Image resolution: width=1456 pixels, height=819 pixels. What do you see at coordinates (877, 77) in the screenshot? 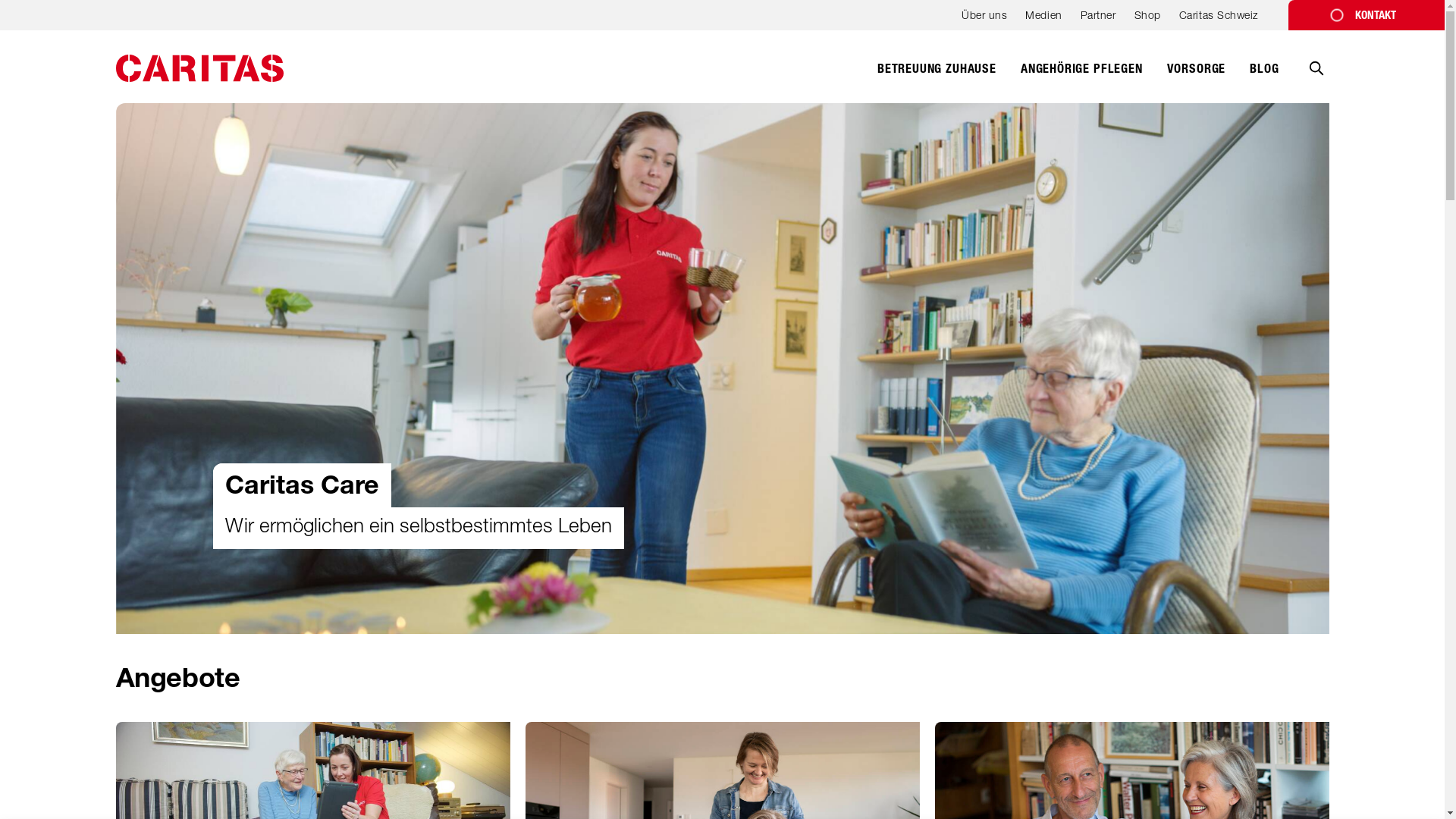
I see `'BETREUUNG ZUHAUSE'` at bounding box center [877, 77].